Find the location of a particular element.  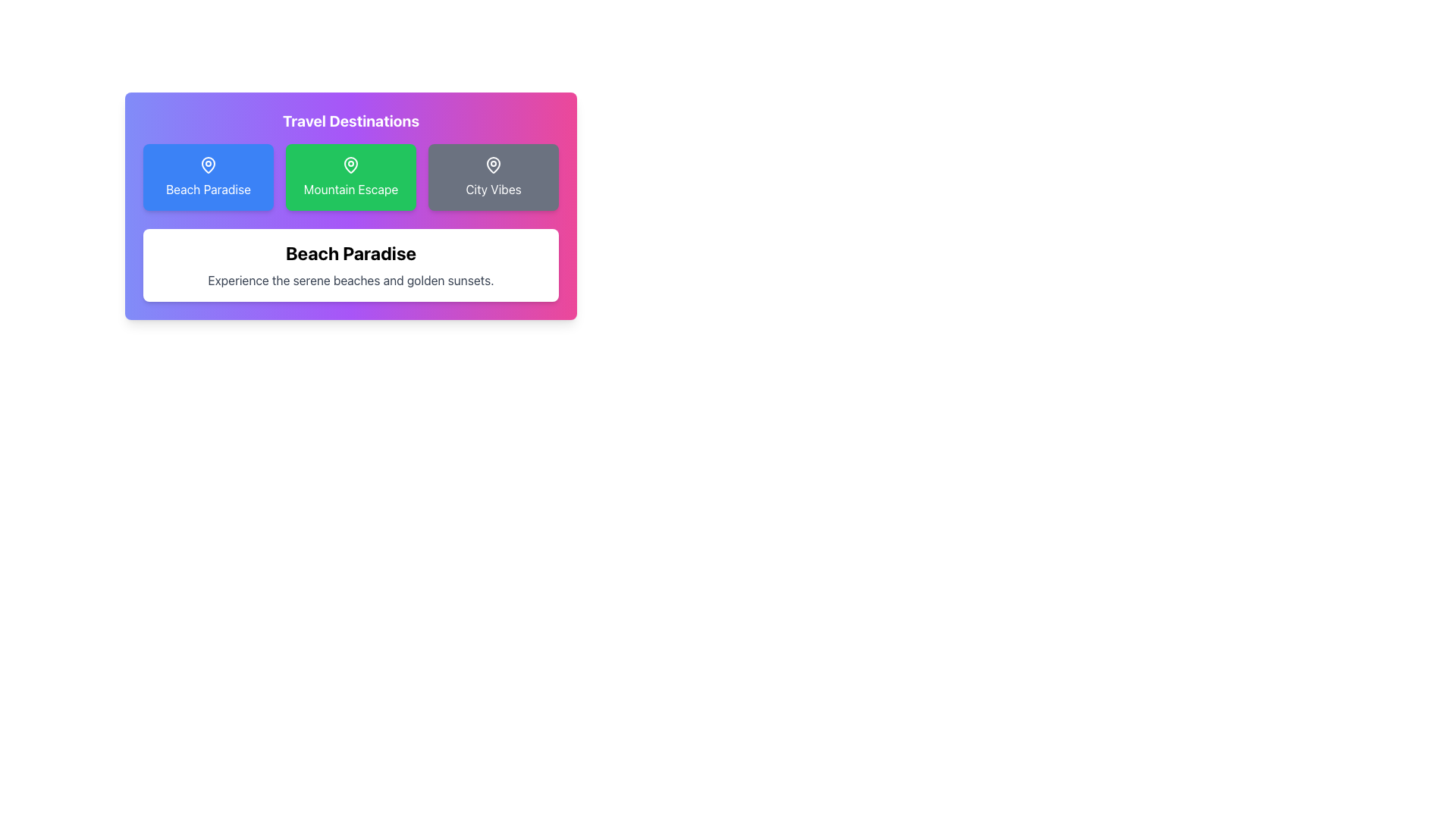

the map pin icon, which is outlined with a thin stroke, has rounded edges, and is centered within the green button labeled 'Mountain Escape' is located at coordinates (350, 165).